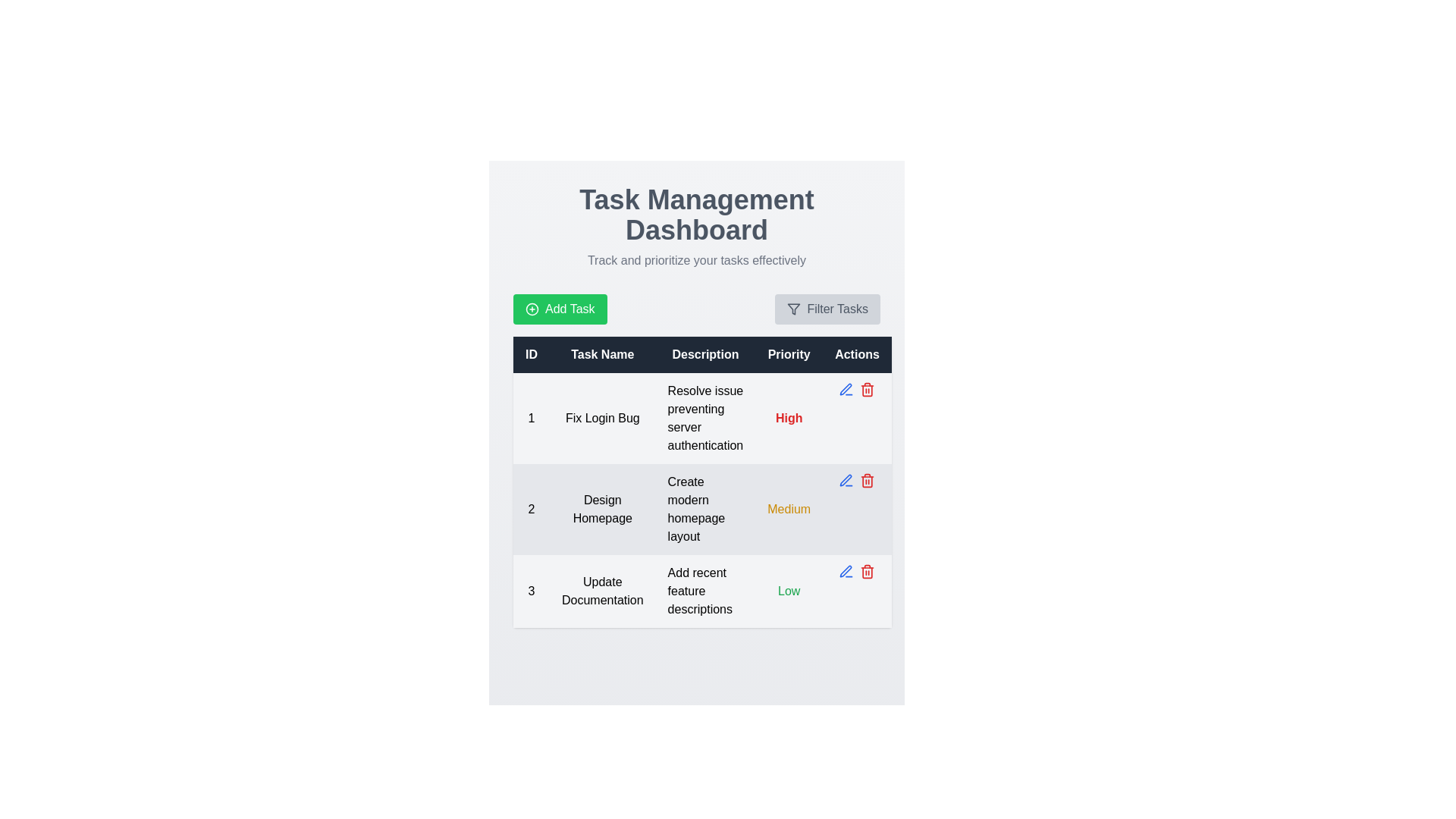 The height and width of the screenshot is (819, 1456). I want to click on the 'Description' text label, which is the third column label in the table header, styled in bold white text on a dark background, so click(704, 354).